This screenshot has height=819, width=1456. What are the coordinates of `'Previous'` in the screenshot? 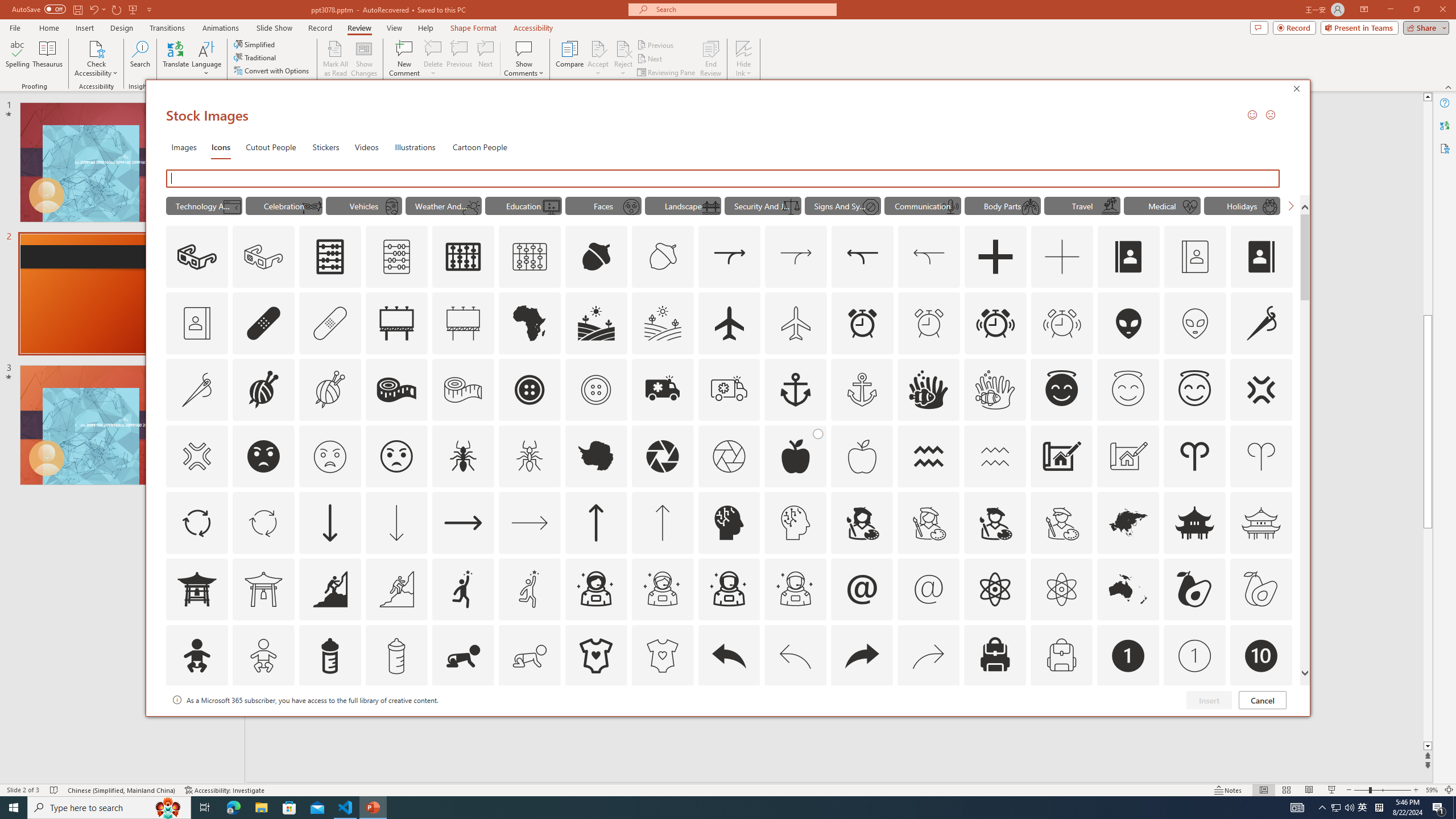 It's located at (656, 44).